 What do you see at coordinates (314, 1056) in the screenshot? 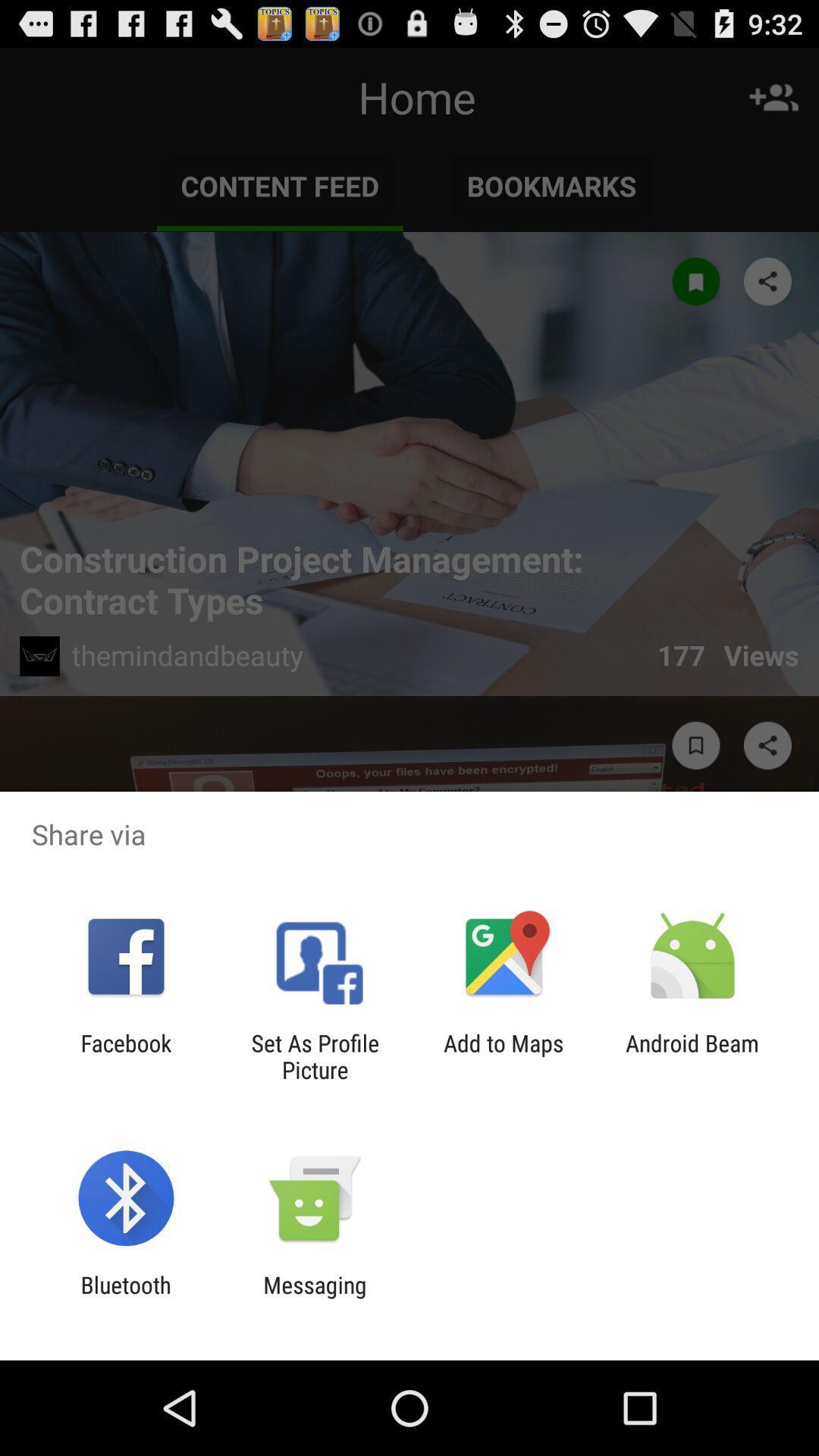
I see `set as profile item` at bounding box center [314, 1056].